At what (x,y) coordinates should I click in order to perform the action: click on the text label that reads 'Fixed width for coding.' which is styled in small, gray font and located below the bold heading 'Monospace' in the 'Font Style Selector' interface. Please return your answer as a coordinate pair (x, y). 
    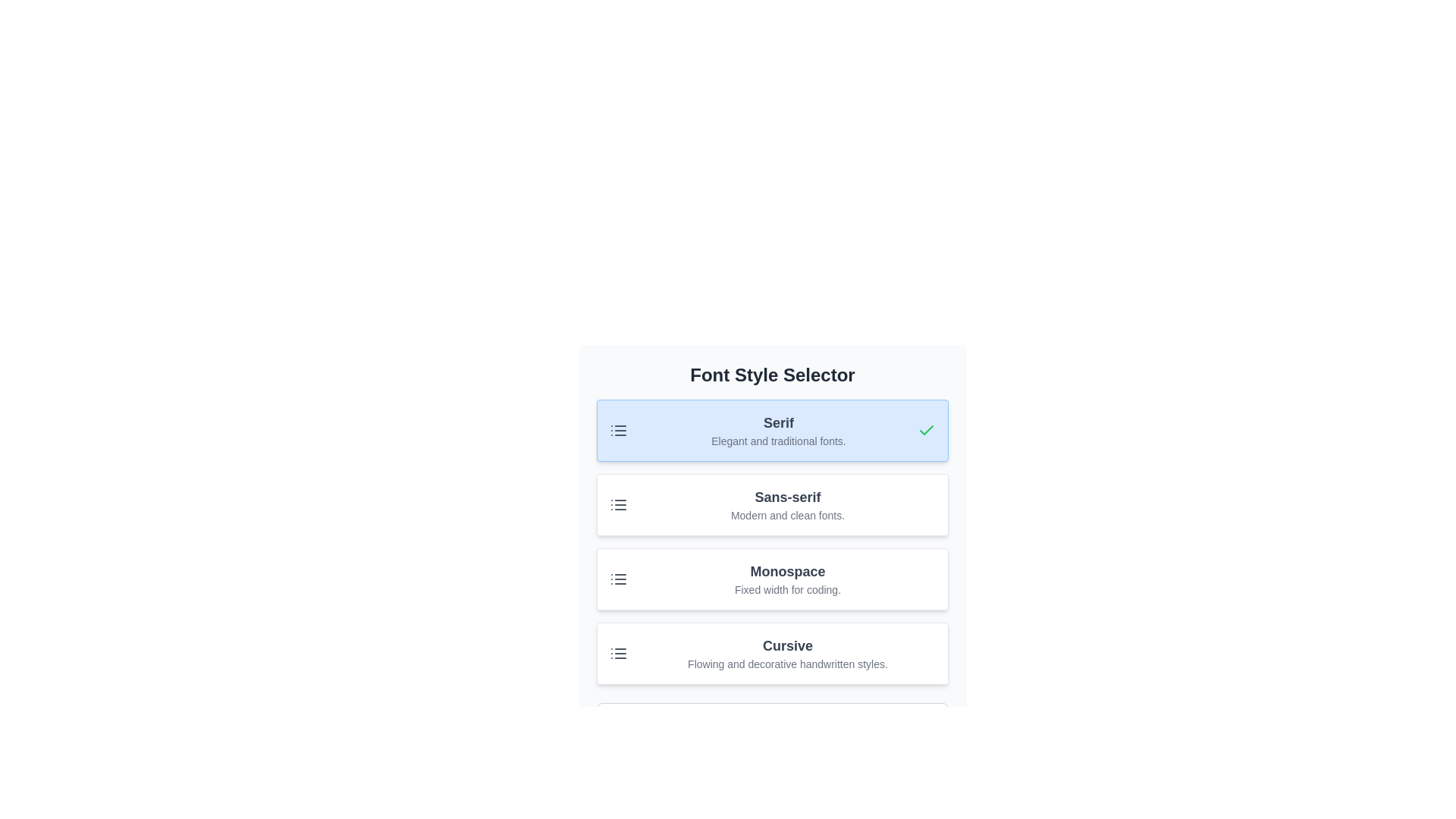
    Looking at the image, I should click on (787, 589).